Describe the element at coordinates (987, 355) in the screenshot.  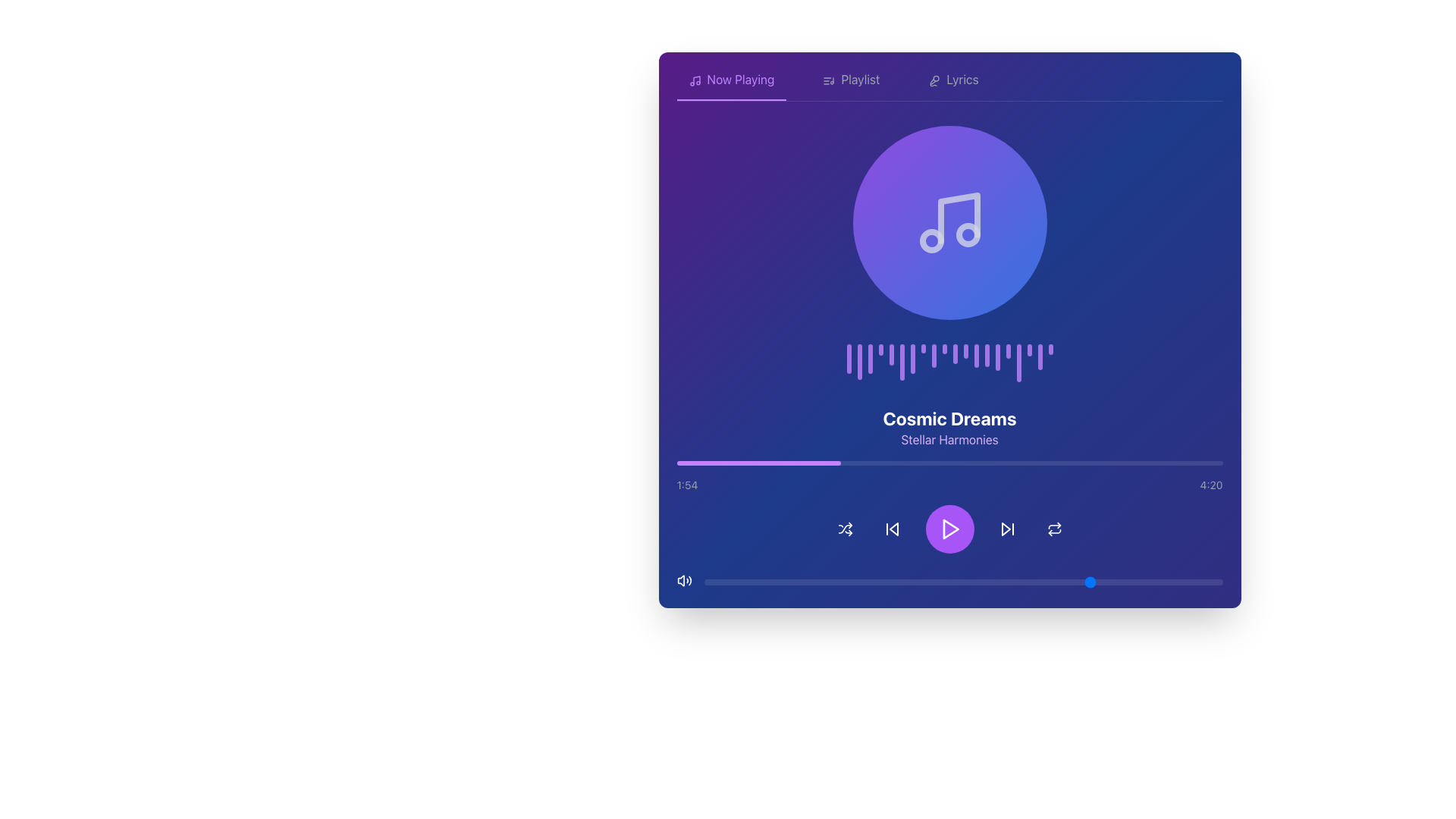
I see `the 14th vertical purple Decorative bar element in the sequence of 20, which has a capsule-like appearance and is positioned between the 13th and 15th bars` at that location.